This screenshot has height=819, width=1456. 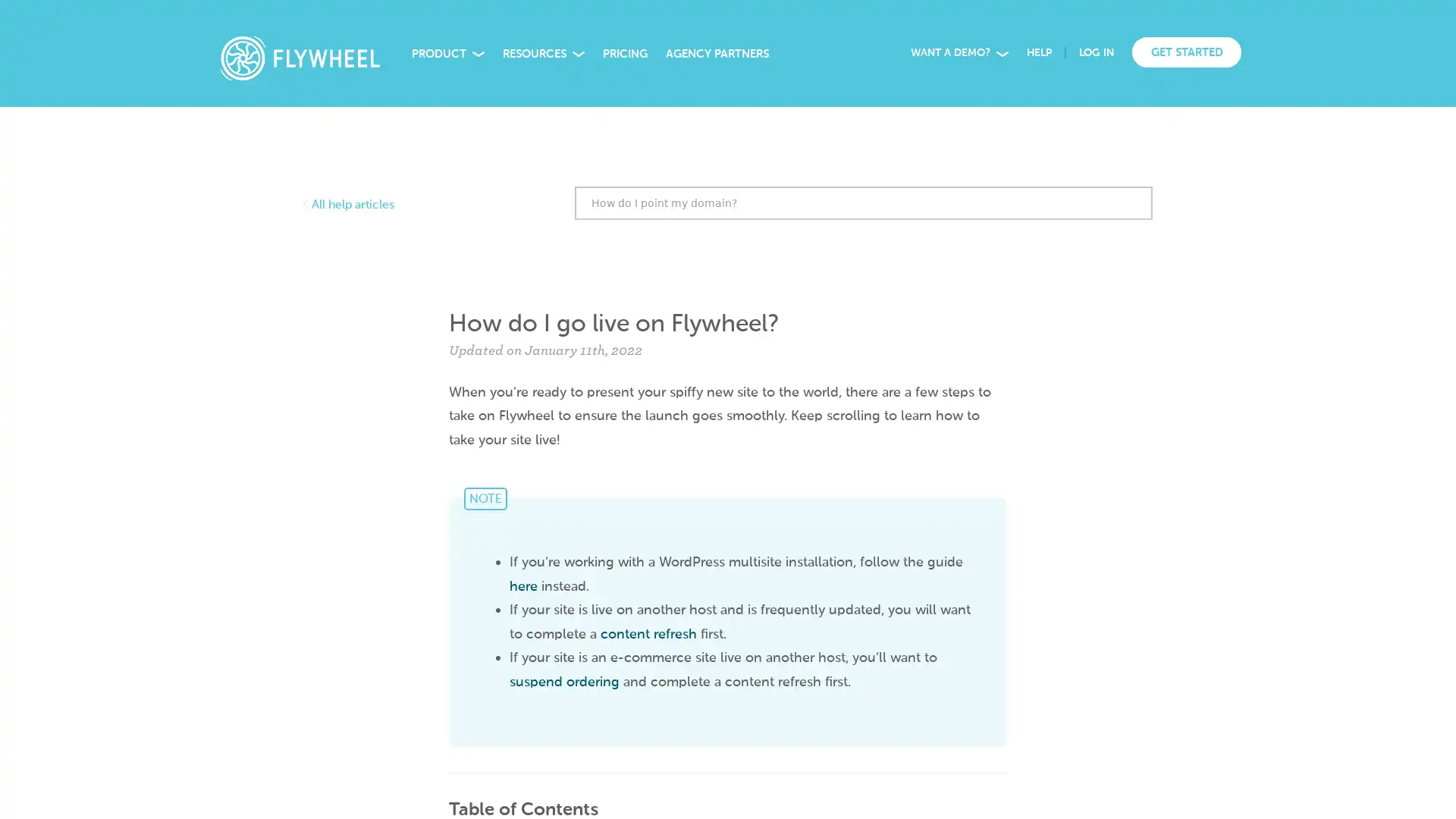 What do you see at coordinates (365, 620) in the screenshot?
I see `Close` at bounding box center [365, 620].